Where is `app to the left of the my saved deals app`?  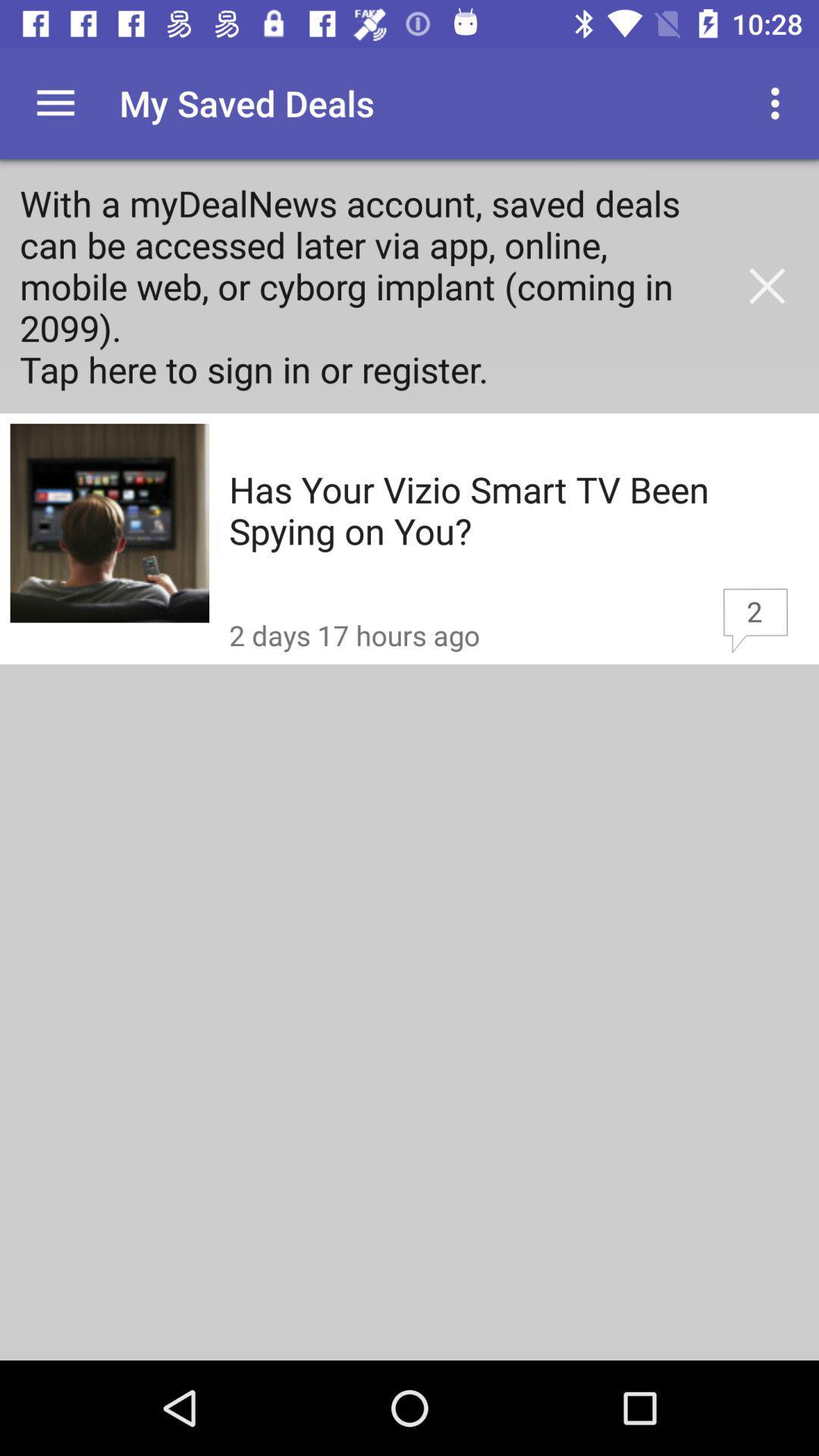 app to the left of the my saved deals app is located at coordinates (55, 102).